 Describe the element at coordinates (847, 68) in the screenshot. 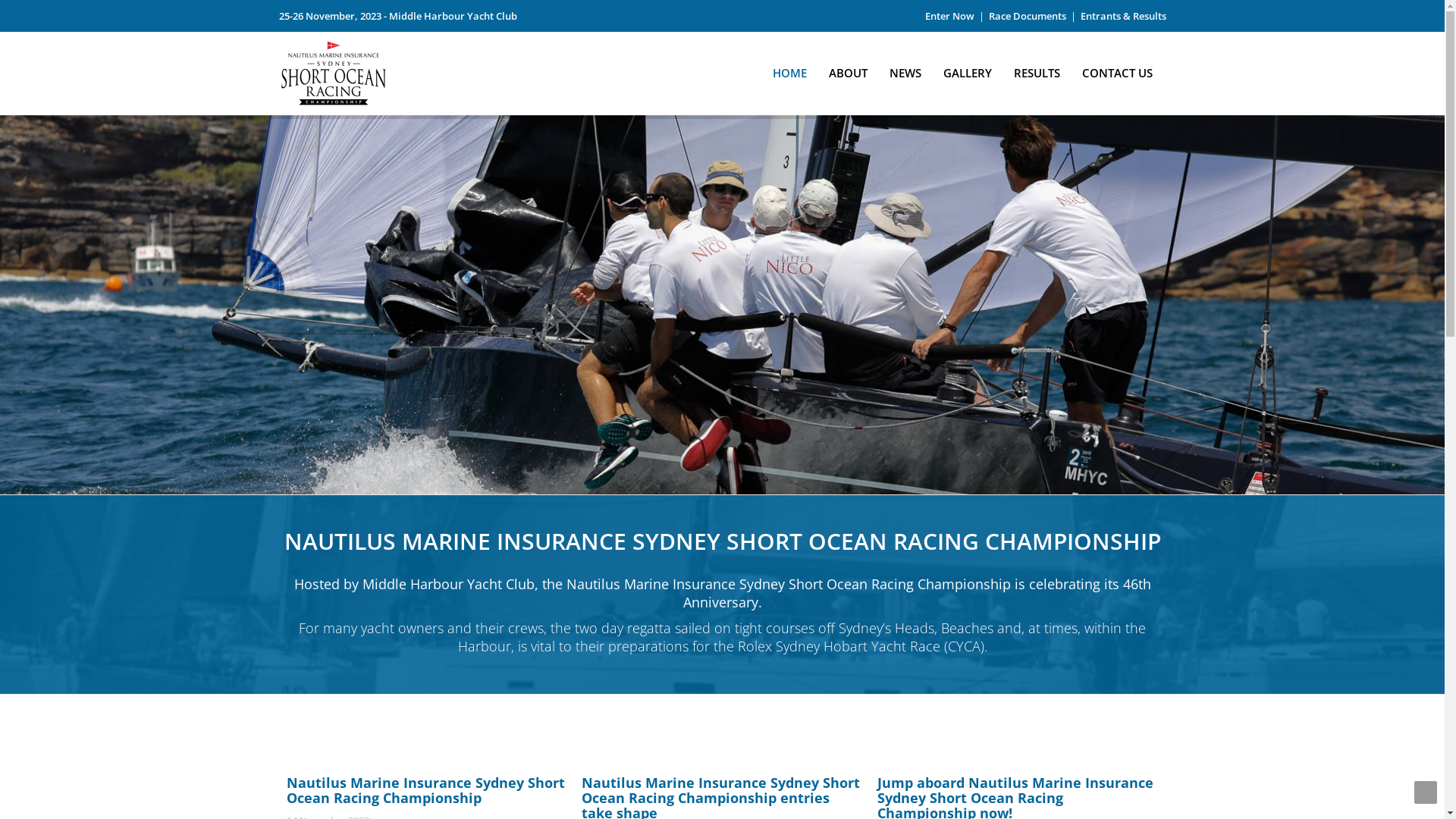

I see `'ABOUT'` at that location.